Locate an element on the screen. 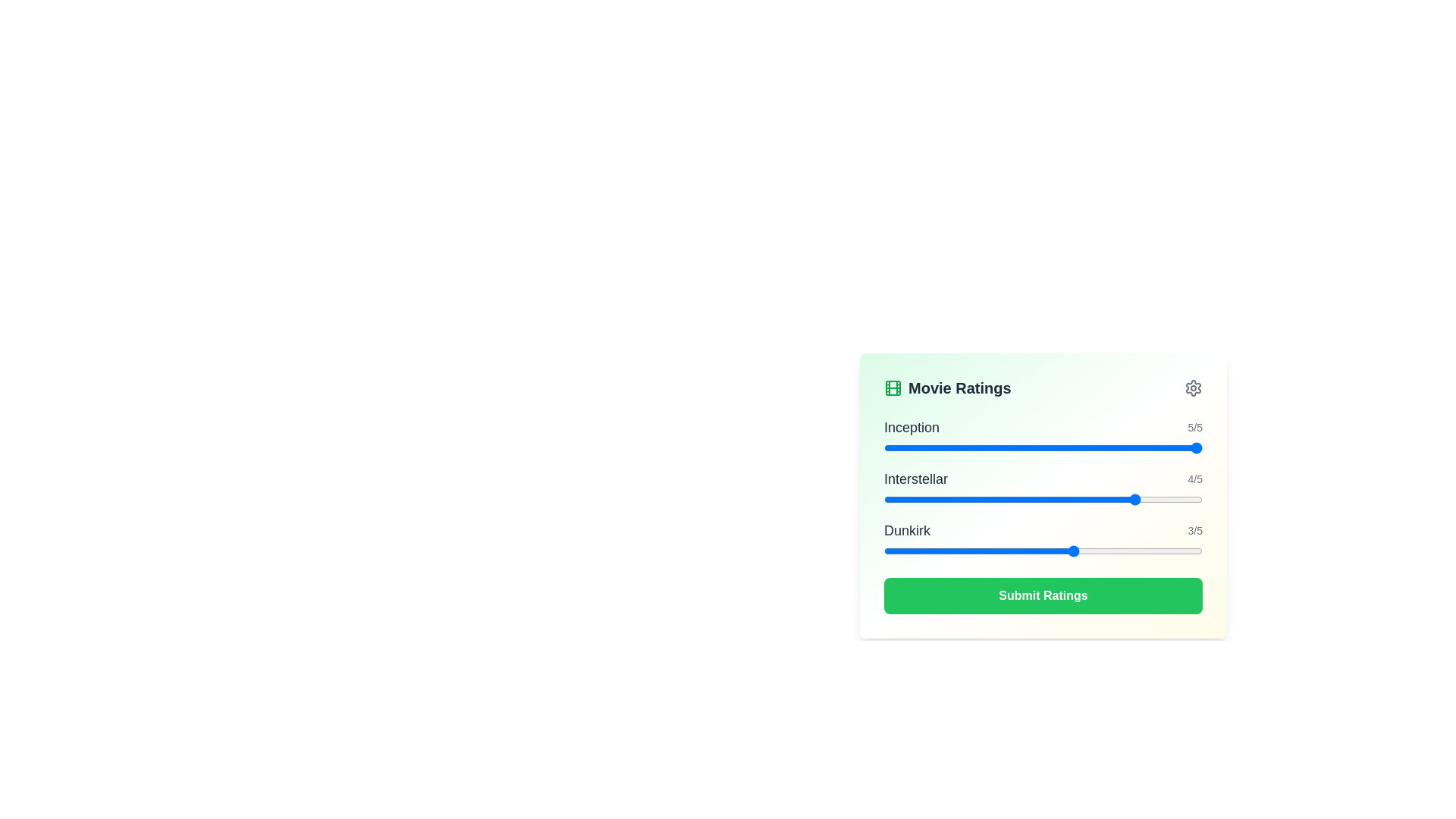 The height and width of the screenshot is (819, 1456). the rating for 'Inception' is located at coordinates (1074, 447).